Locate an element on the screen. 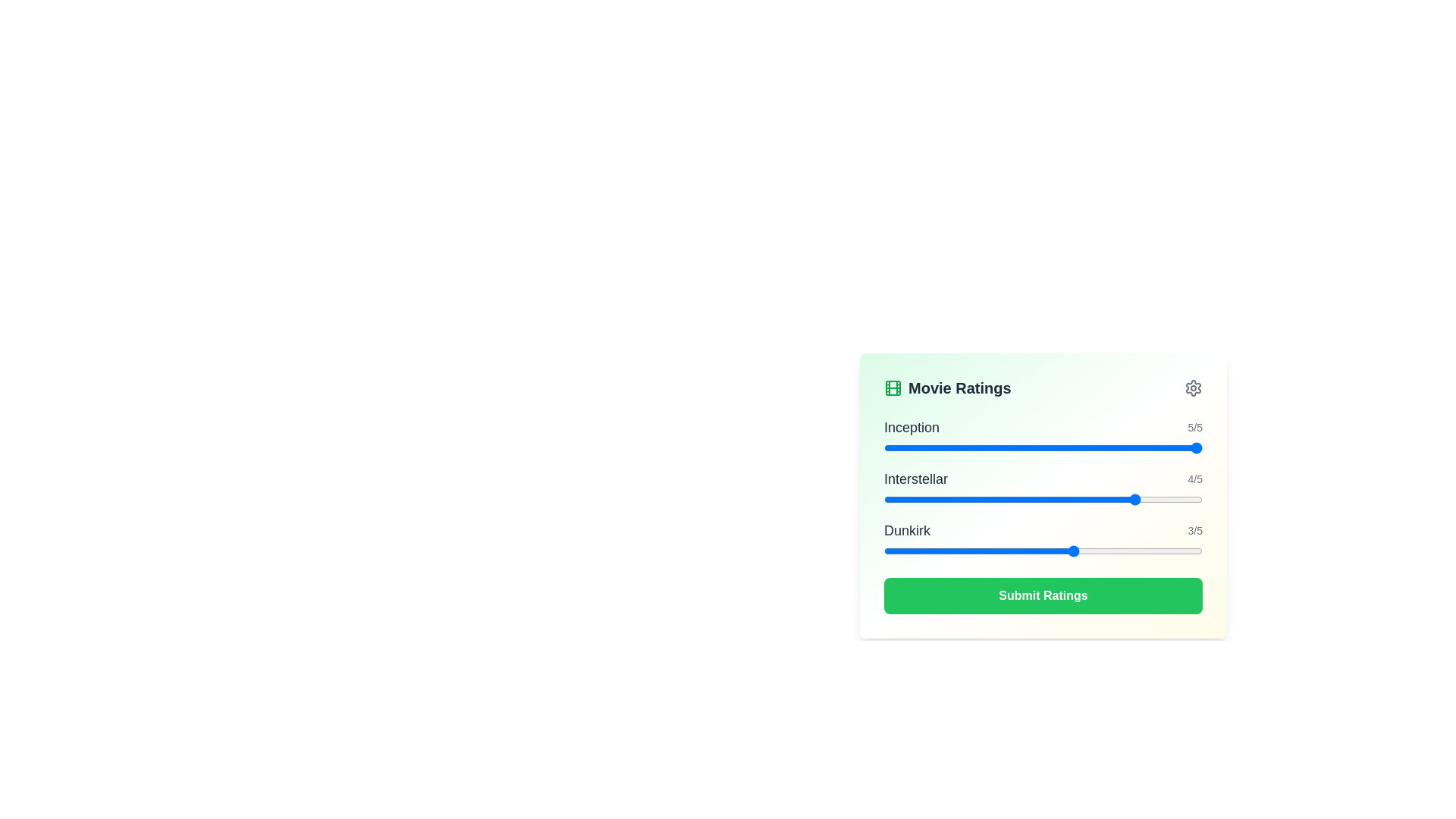 The height and width of the screenshot is (819, 1456). the rating for 'Inception' is located at coordinates (1074, 447).